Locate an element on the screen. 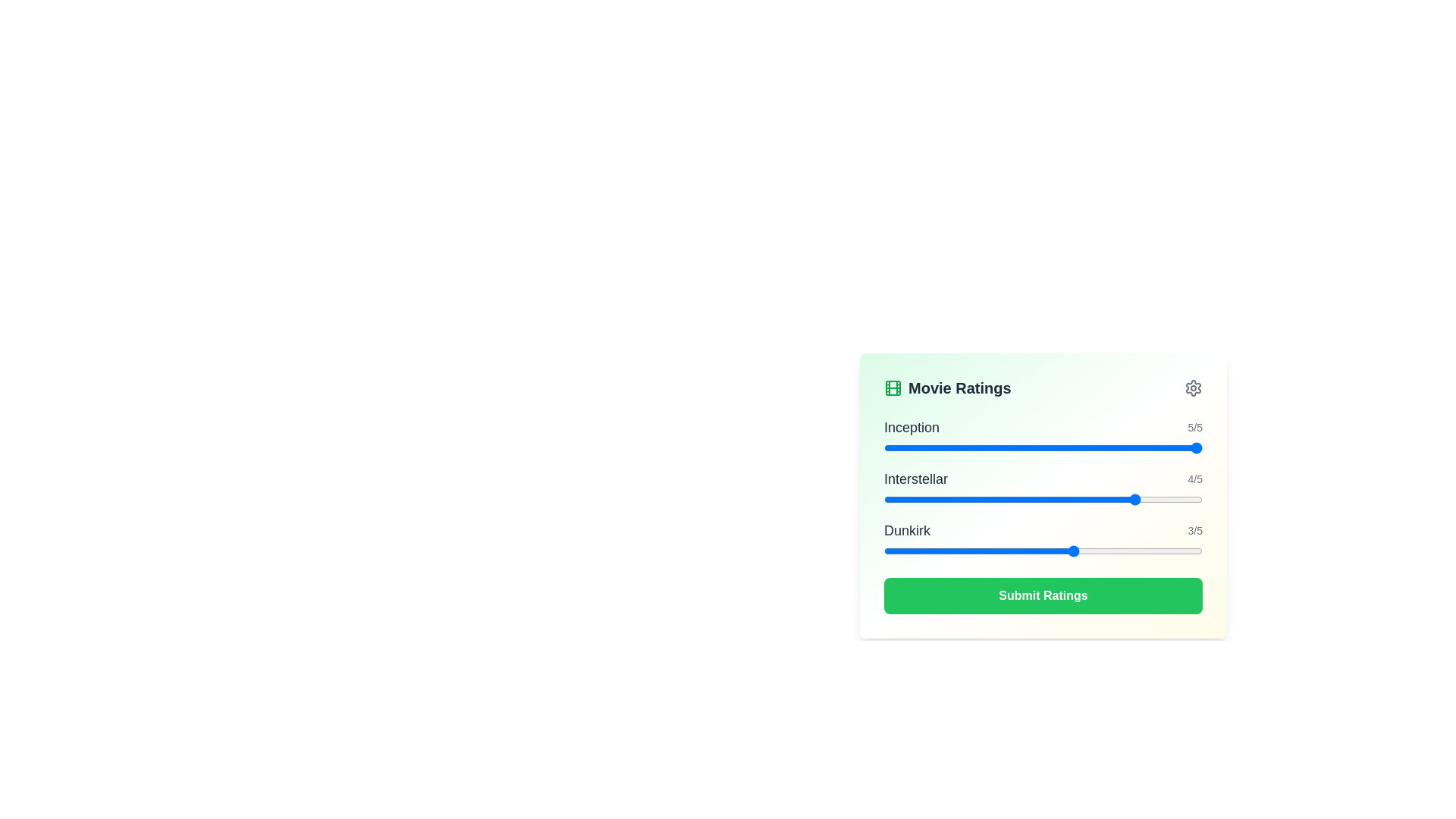 The height and width of the screenshot is (819, 1456). the rating for 'Inception' is located at coordinates (1074, 447).